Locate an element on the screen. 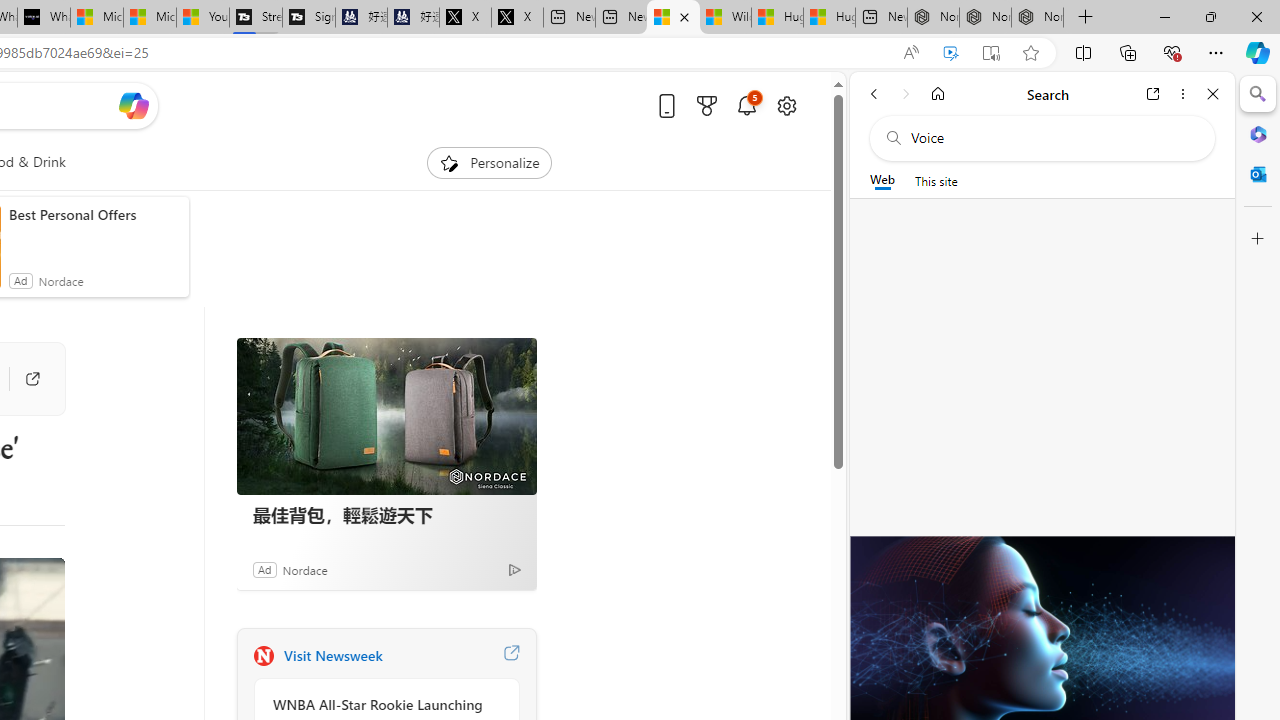  'X' is located at coordinates (517, 17).